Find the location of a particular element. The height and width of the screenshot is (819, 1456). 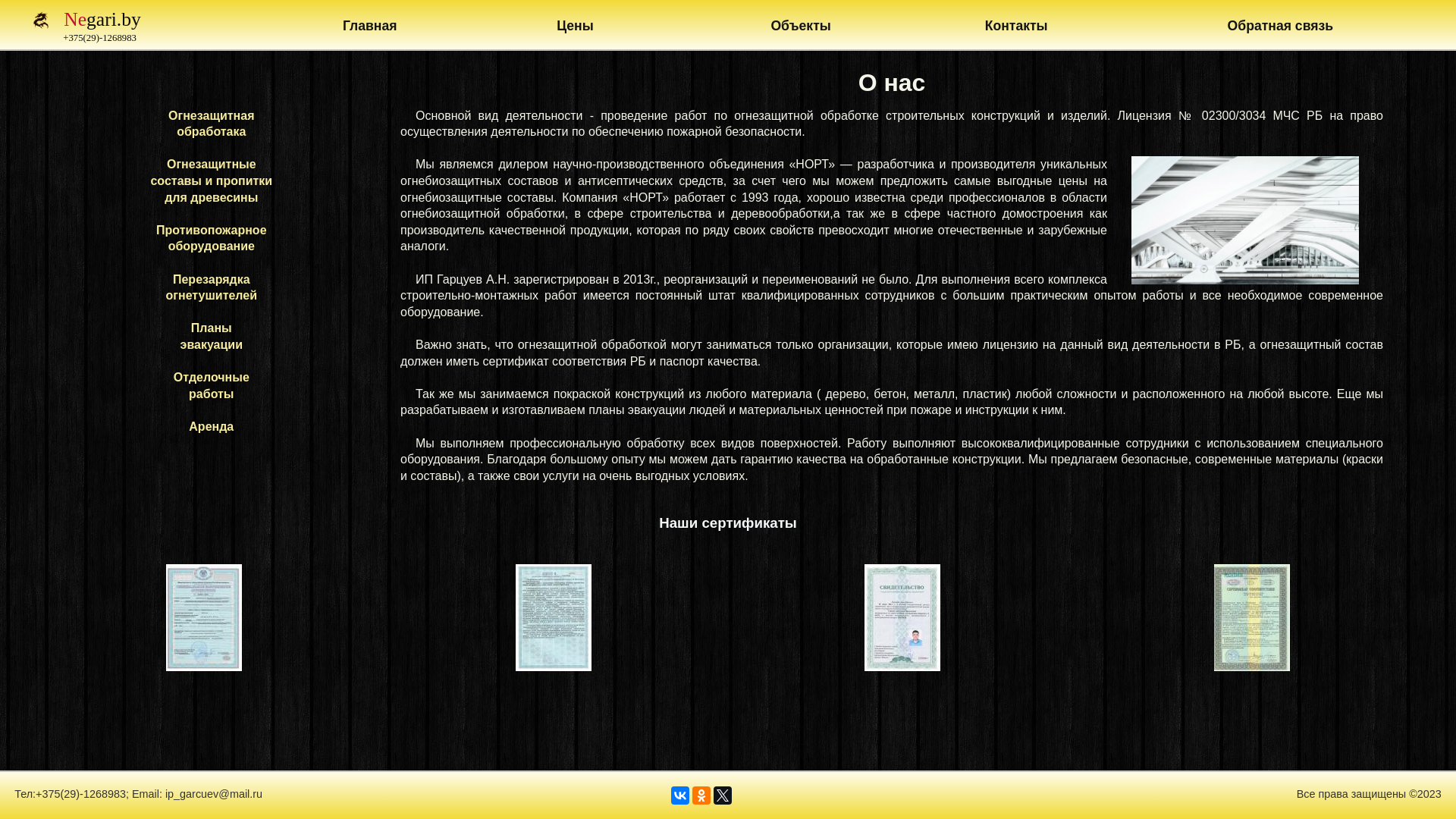

'Twitter' is located at coordinates (712, 795).